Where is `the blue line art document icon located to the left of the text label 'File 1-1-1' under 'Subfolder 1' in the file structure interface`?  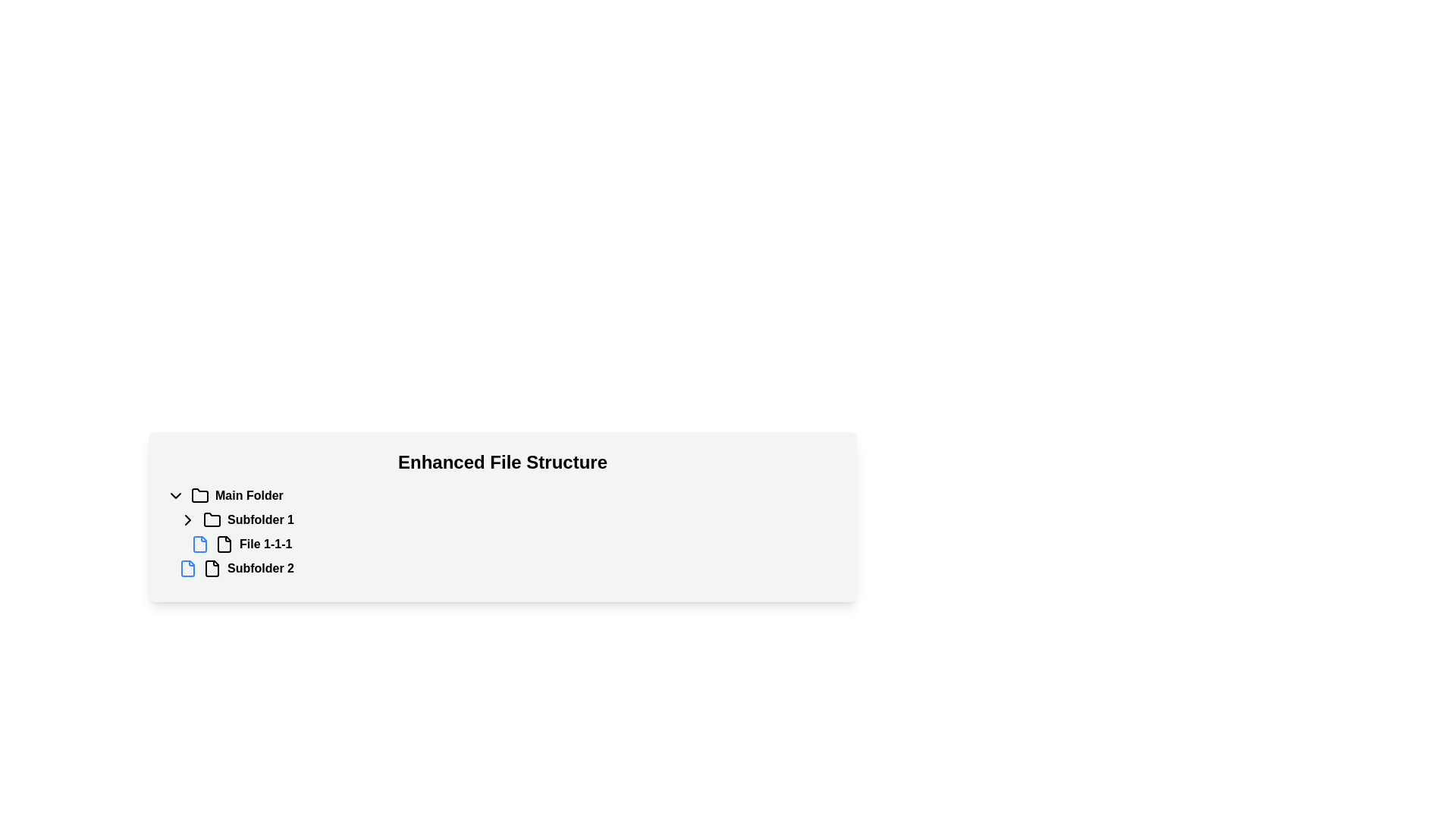
the blue line art document icon located to the left of the text label 'File 1-1-1' under 'Subfolder 1' in the file structure interface is located at coordinates (199, 543).